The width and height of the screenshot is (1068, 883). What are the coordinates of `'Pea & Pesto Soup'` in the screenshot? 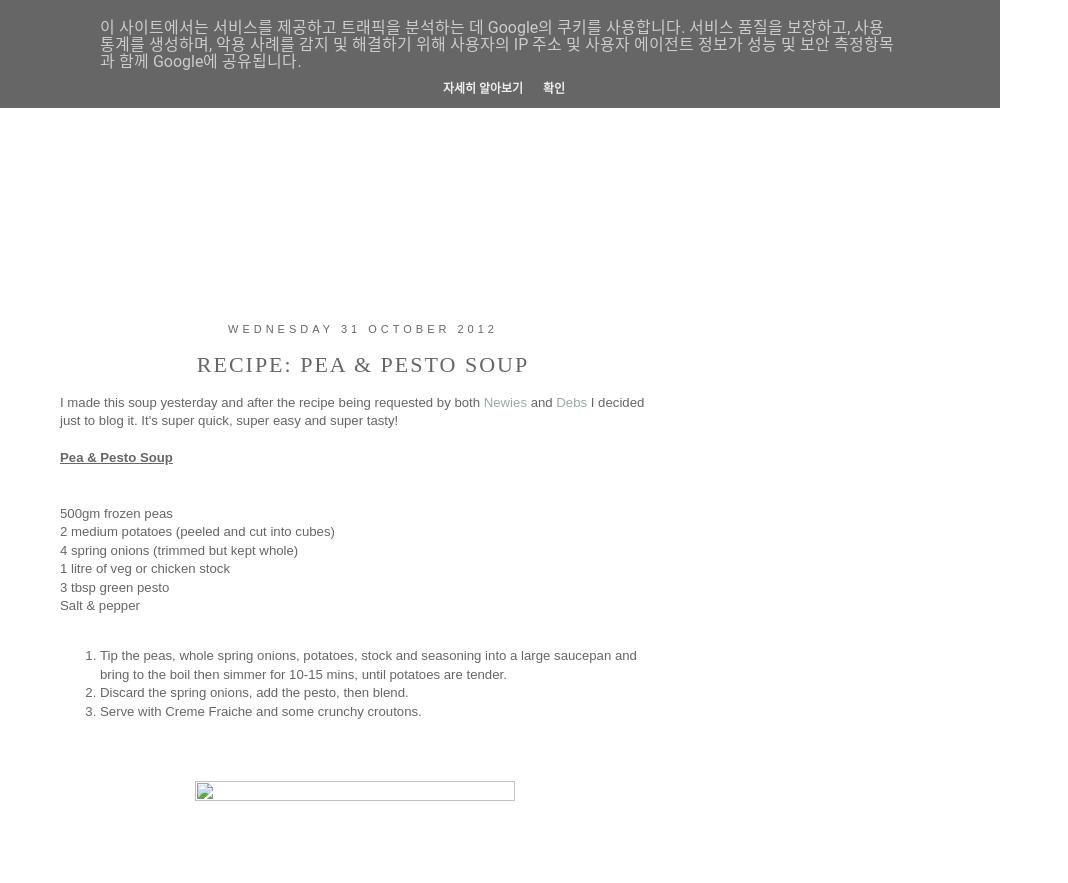 It's located at (114, 456).